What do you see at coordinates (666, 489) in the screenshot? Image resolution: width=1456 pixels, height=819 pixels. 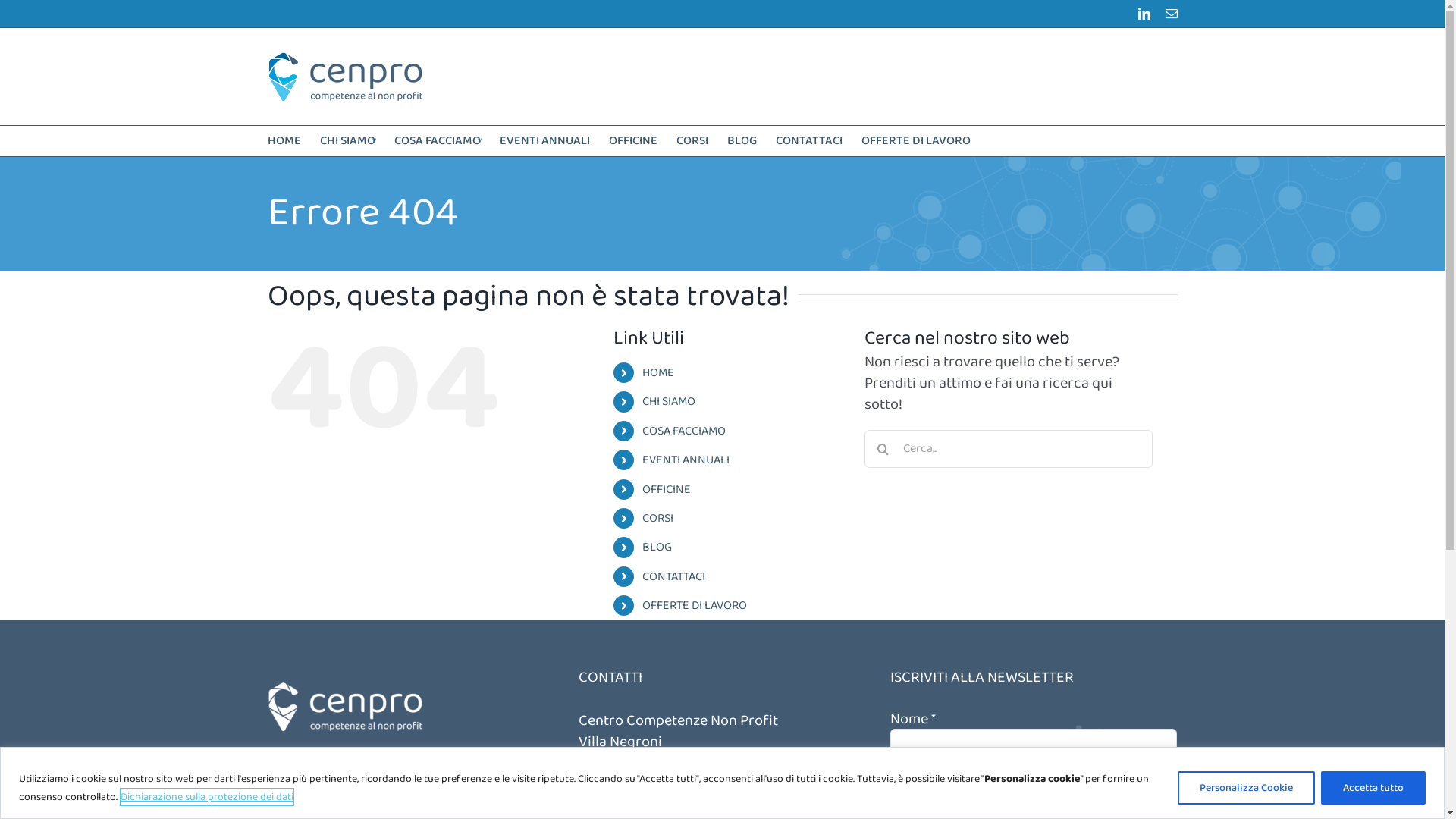 I see `'OFFICINE'` at bounding box center [666, 489].